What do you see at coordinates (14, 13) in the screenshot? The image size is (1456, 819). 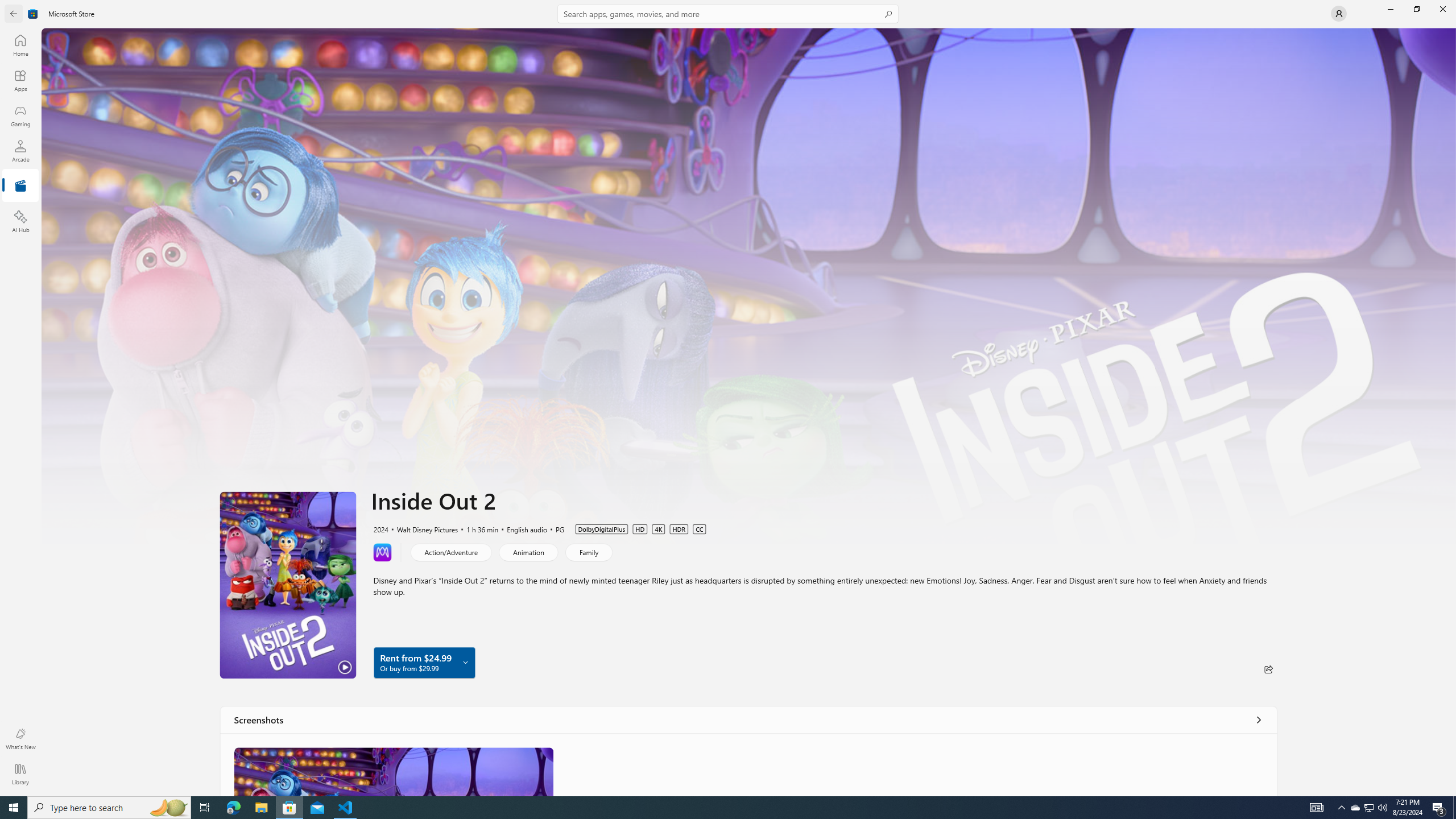 I see `'Back'` at bounding box center [14, 13].